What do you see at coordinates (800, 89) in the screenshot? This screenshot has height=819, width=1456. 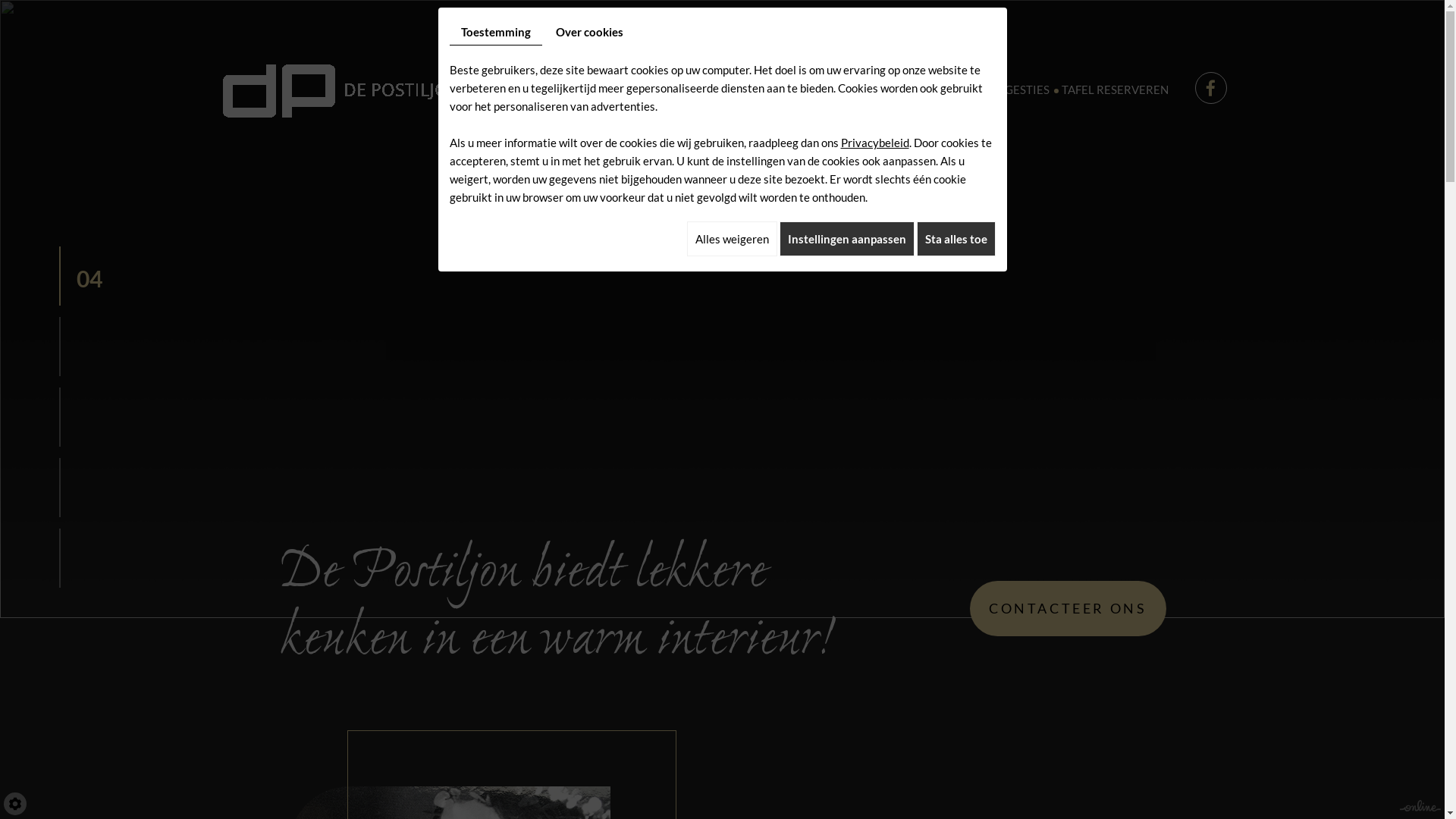 I see `'FEESTMENU'` at bounding box center [800, 89].